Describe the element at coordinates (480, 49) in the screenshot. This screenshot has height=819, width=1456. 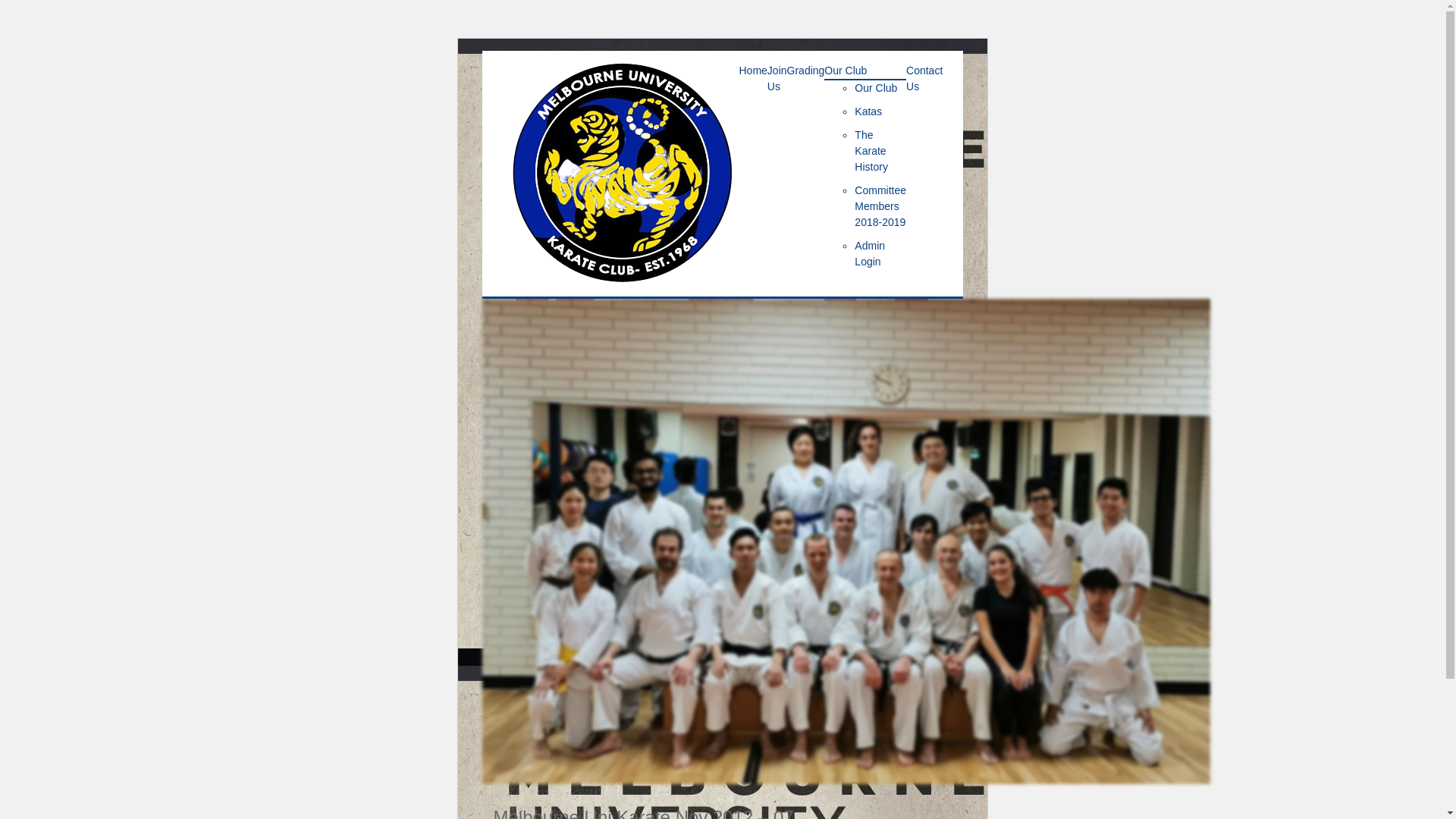
I see `'Skip to content'` at that location.